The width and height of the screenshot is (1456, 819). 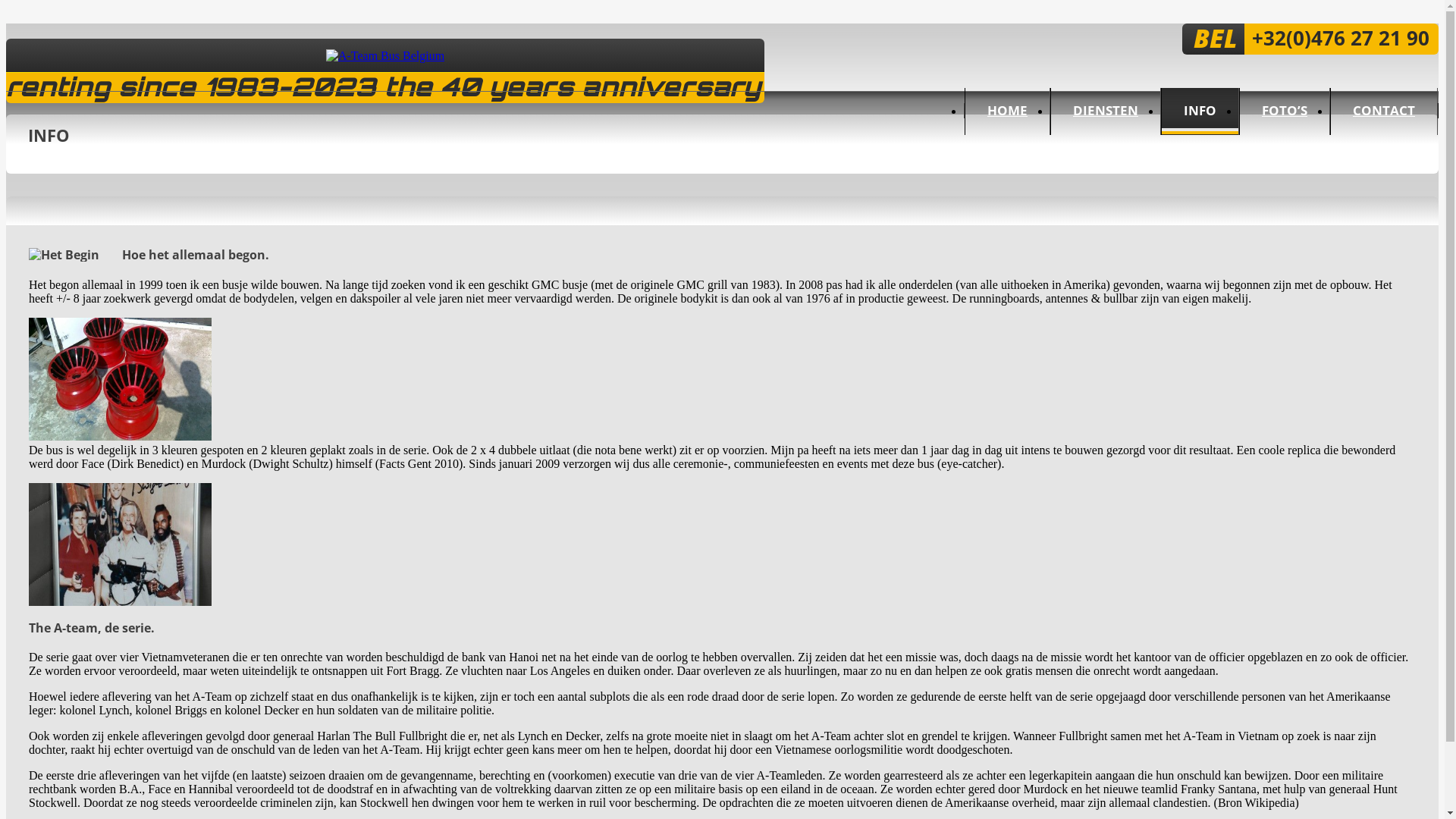 What do you see at coordinates (1007, 110) in the screenshot?
I see `'HOME'` at bounding box center [1007, 110].